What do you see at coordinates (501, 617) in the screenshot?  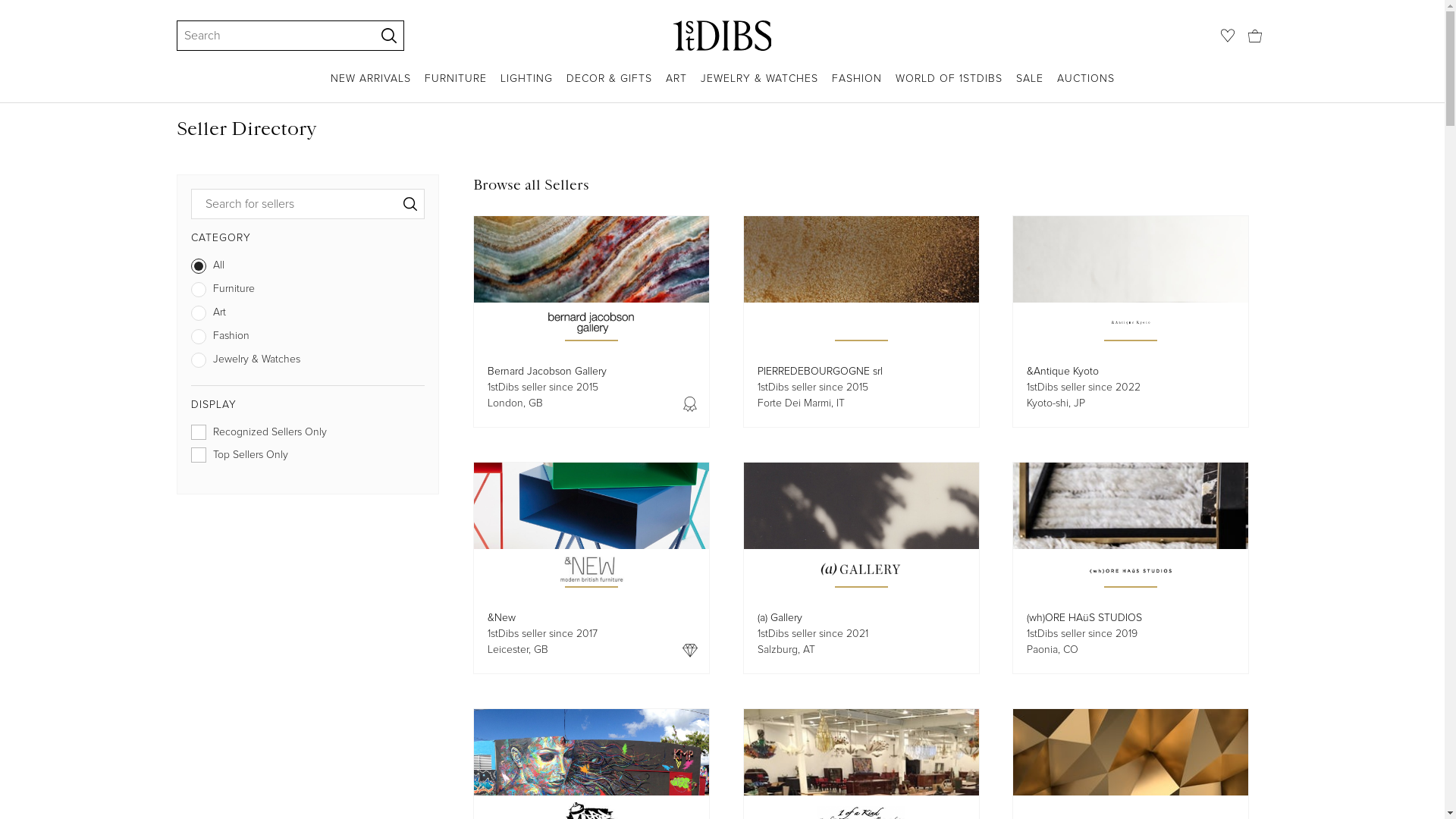 I see `'&New'` at bounding box center [501, 617].